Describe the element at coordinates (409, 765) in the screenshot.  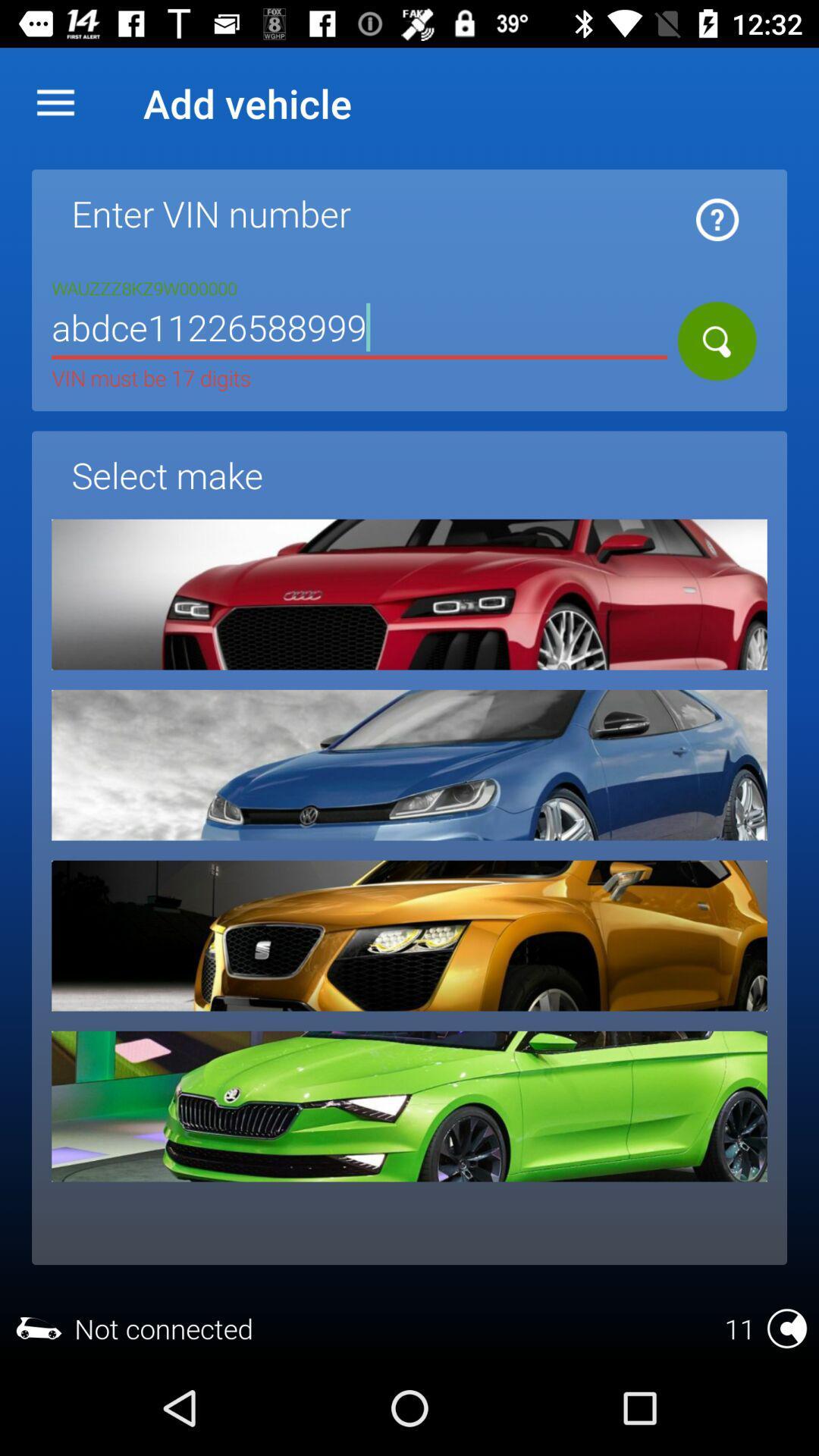
I see `second make available` at that location.